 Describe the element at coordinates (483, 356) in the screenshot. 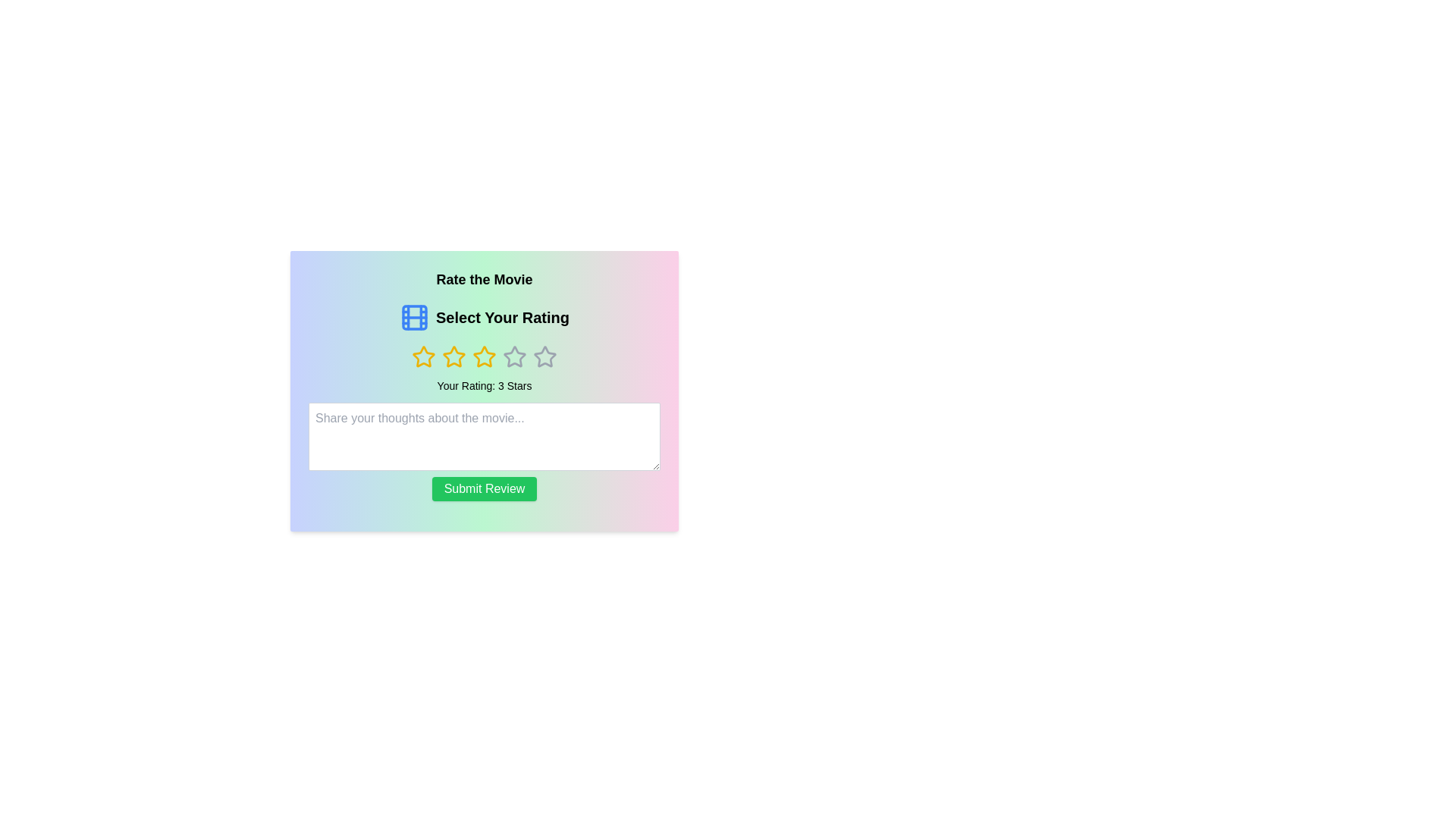

I see `the third star` at that location.